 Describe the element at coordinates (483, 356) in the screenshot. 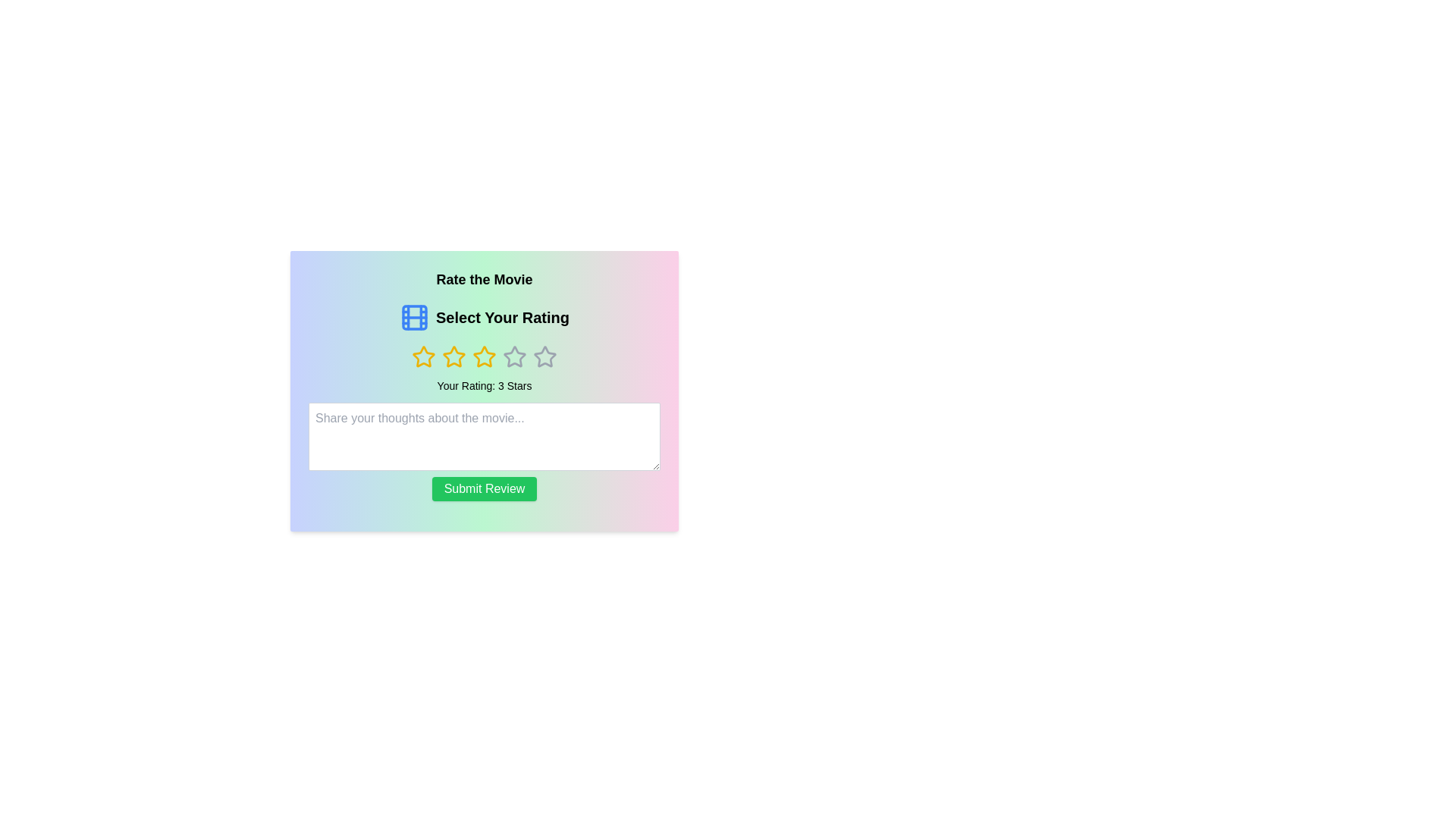

I see `the third star` at that location.